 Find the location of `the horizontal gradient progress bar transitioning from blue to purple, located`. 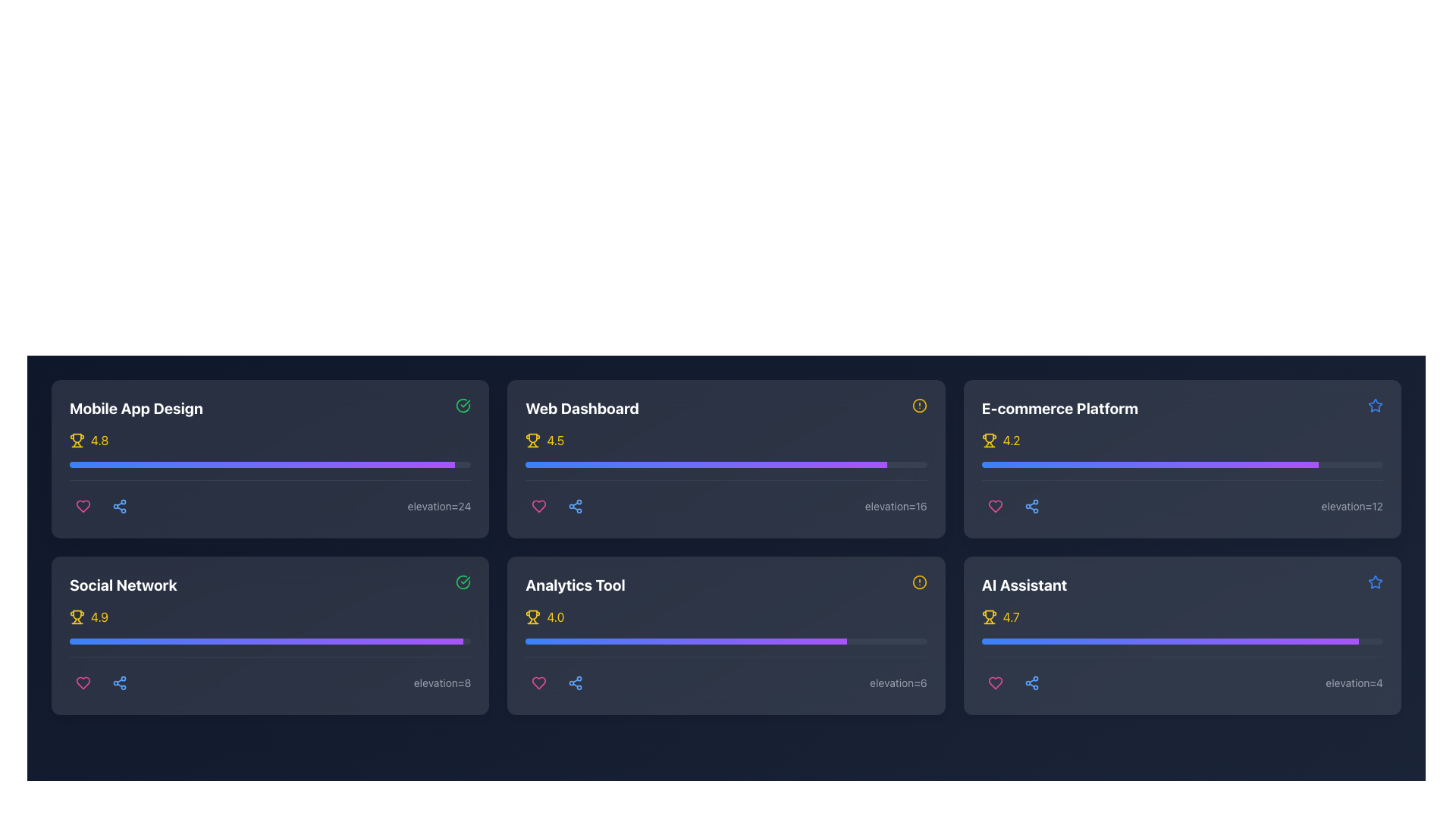

the horizontal gradient progress bar transitioning from blue to purple, located is located at coordinates (1150, 464).